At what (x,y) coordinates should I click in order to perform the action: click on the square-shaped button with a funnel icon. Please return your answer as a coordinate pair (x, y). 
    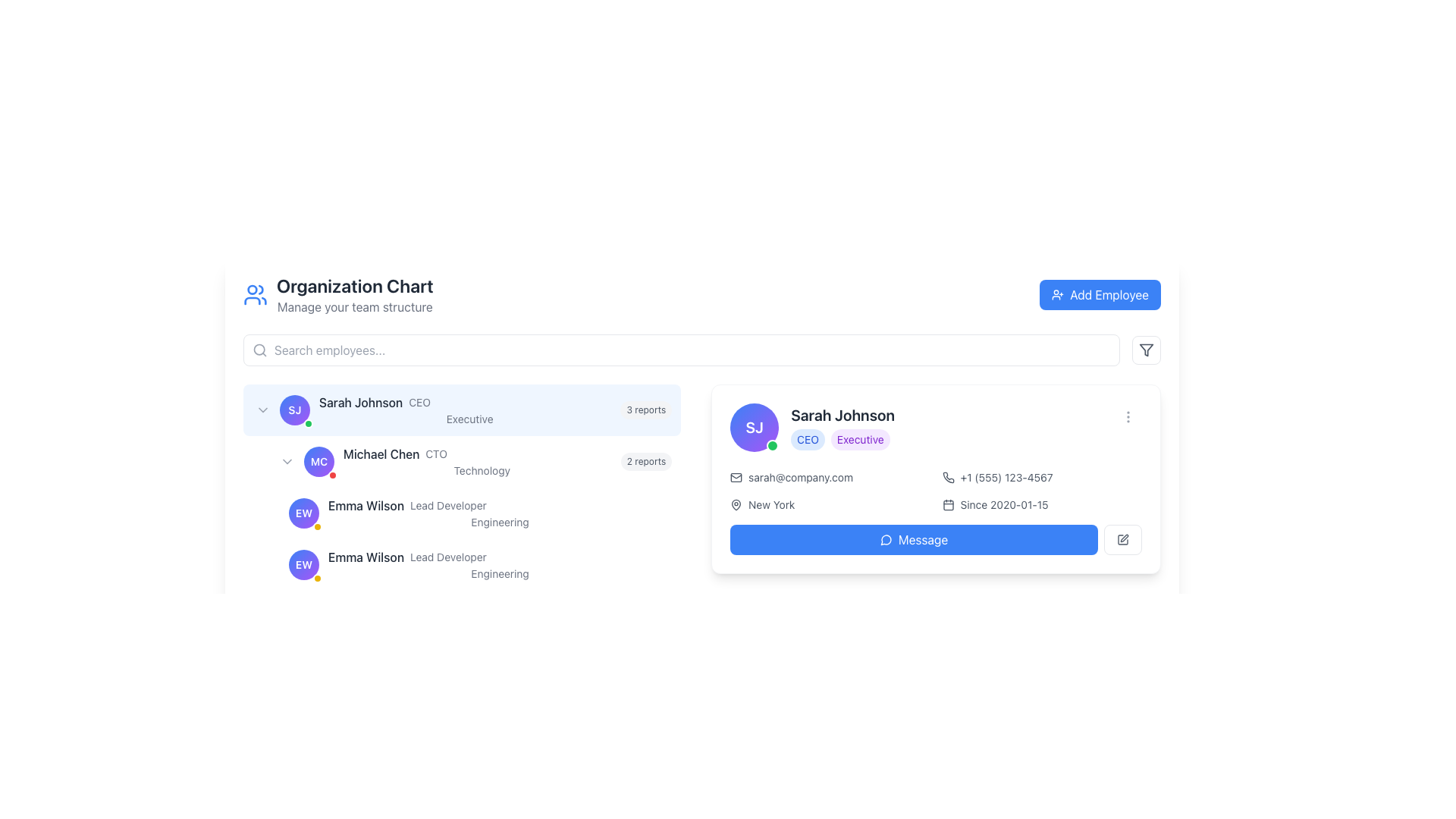
    Looking at the image, I should click on (1147, 350).